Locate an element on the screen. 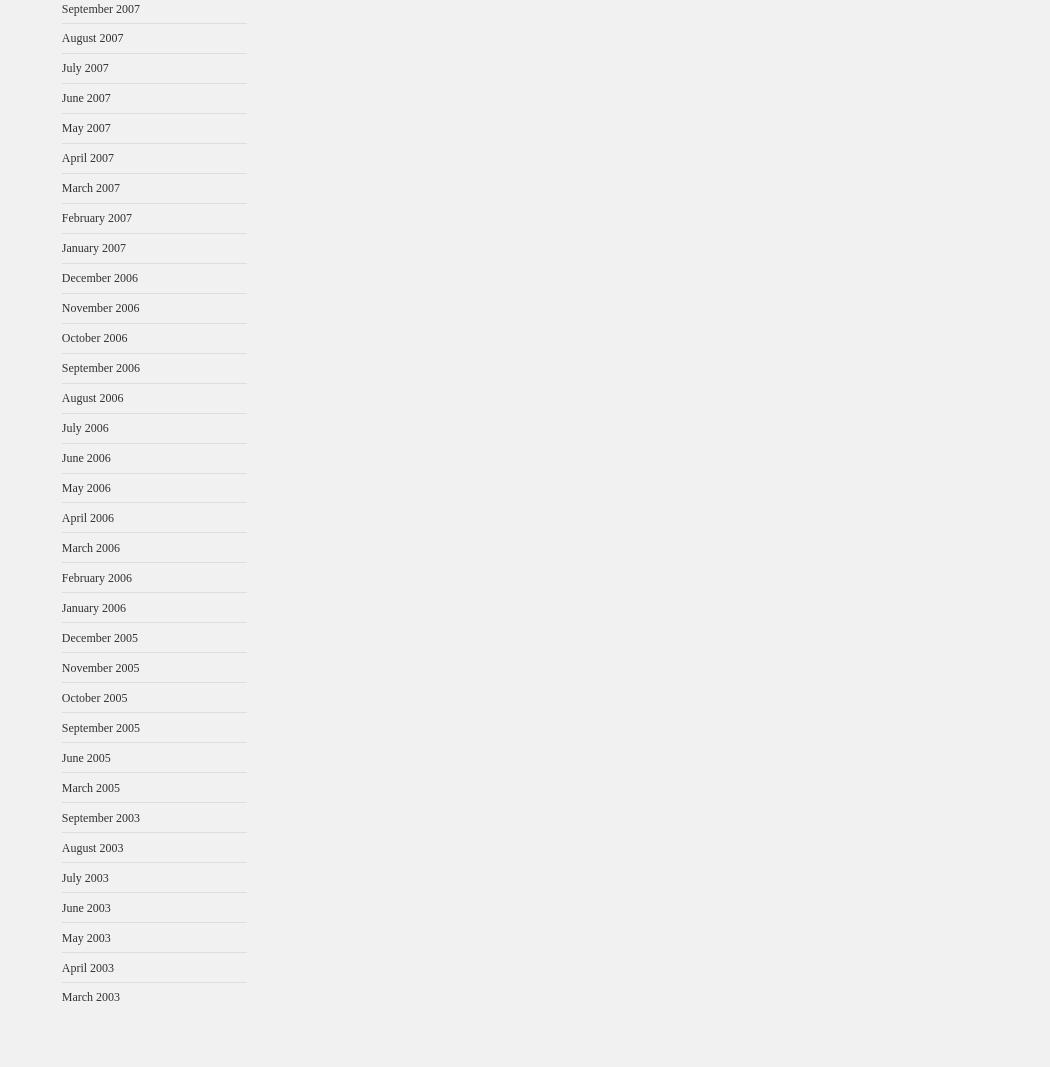 Image resolution: width=1050 pixels, height=1067 pixels. 'March 2005' is located at coordinates (60, 786).